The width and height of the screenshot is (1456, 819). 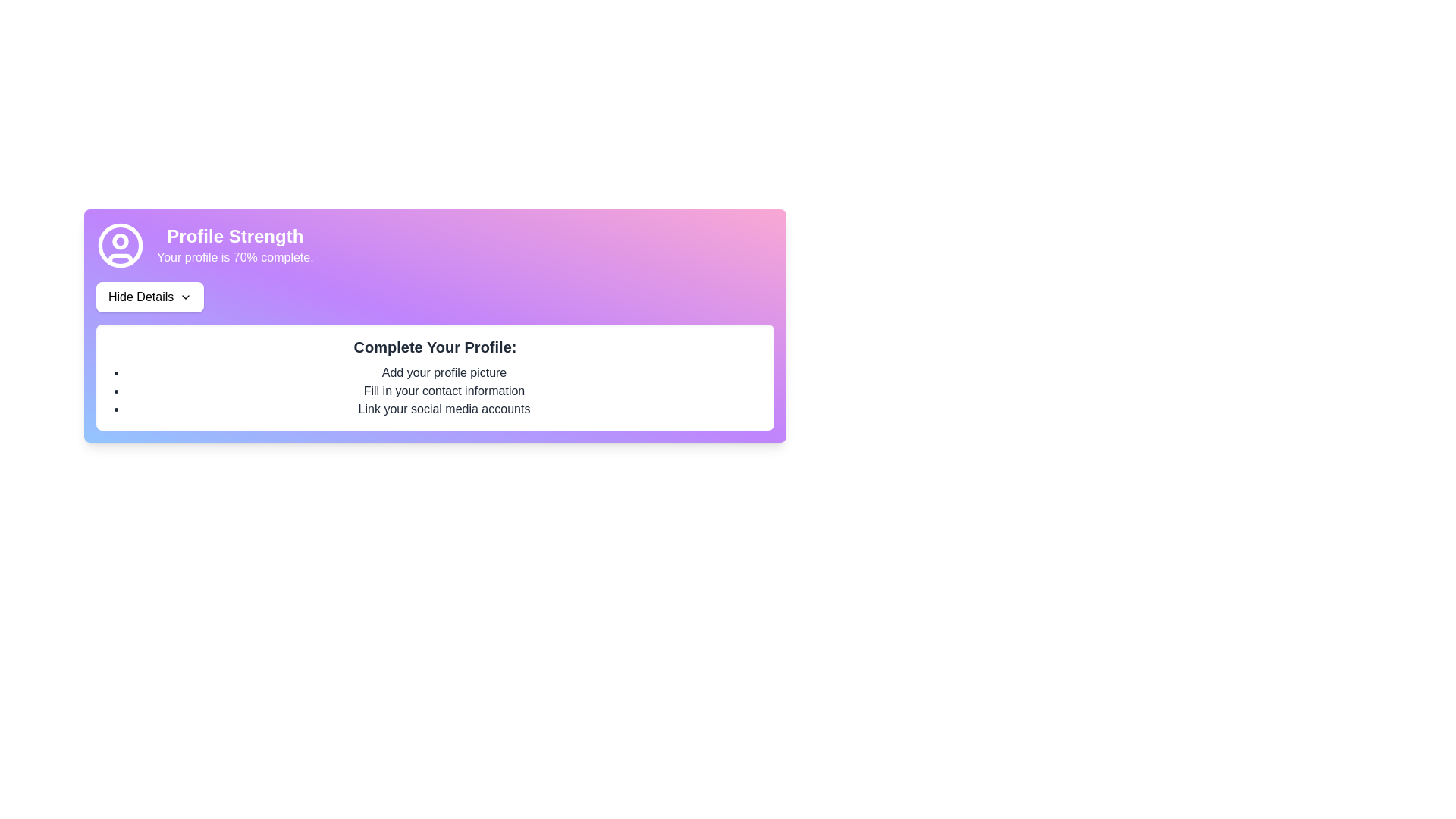 What do you see at coordinates (443, 391) in the screenshot?
I see `text label that says 'Fill in your contact information', which is the second item in the bulleted list under 'Complete Your Profile'` at bounding box center [443, 391].